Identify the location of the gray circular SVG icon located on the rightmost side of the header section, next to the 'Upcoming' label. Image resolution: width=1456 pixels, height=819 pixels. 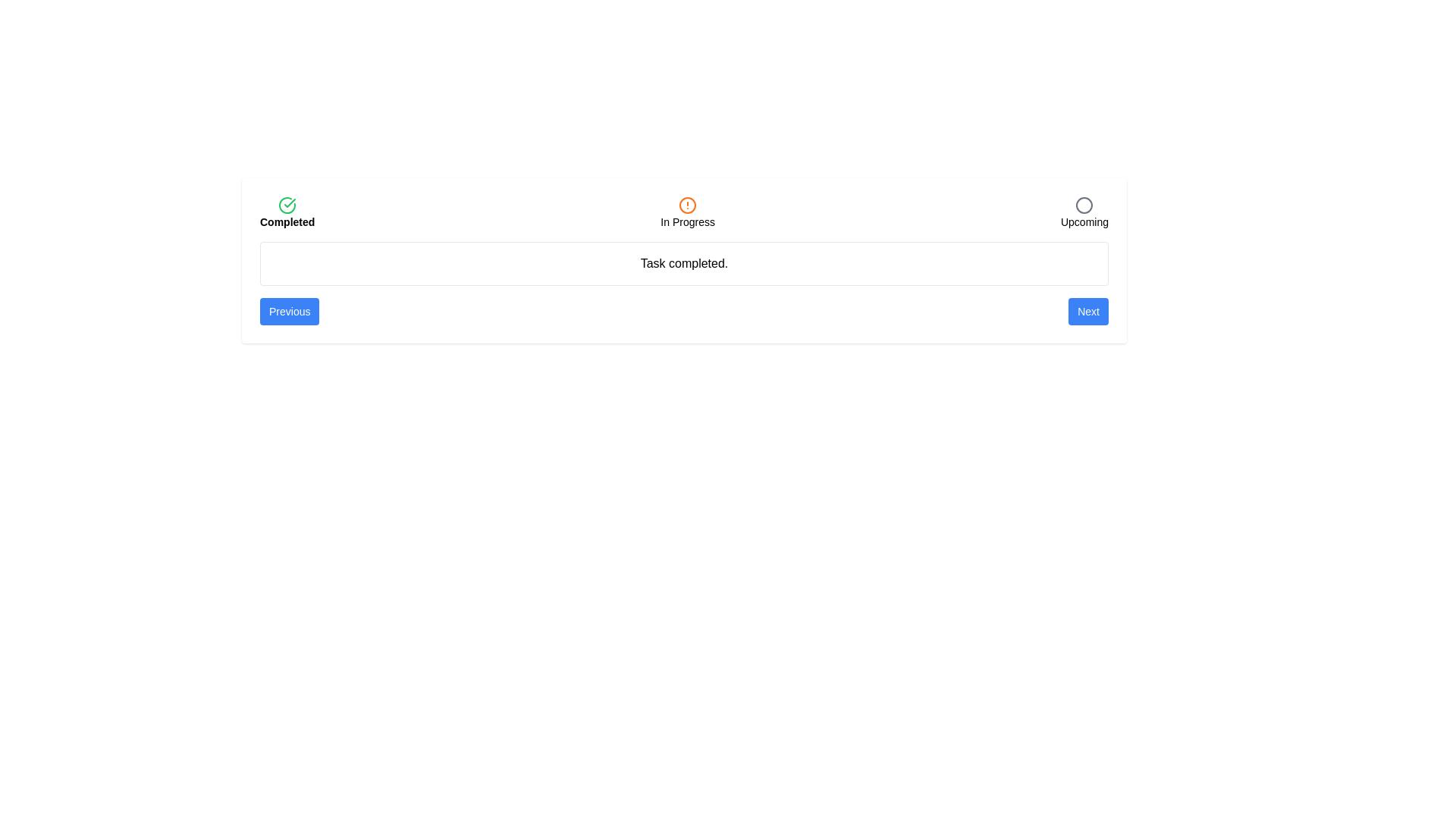
(1084, 205).